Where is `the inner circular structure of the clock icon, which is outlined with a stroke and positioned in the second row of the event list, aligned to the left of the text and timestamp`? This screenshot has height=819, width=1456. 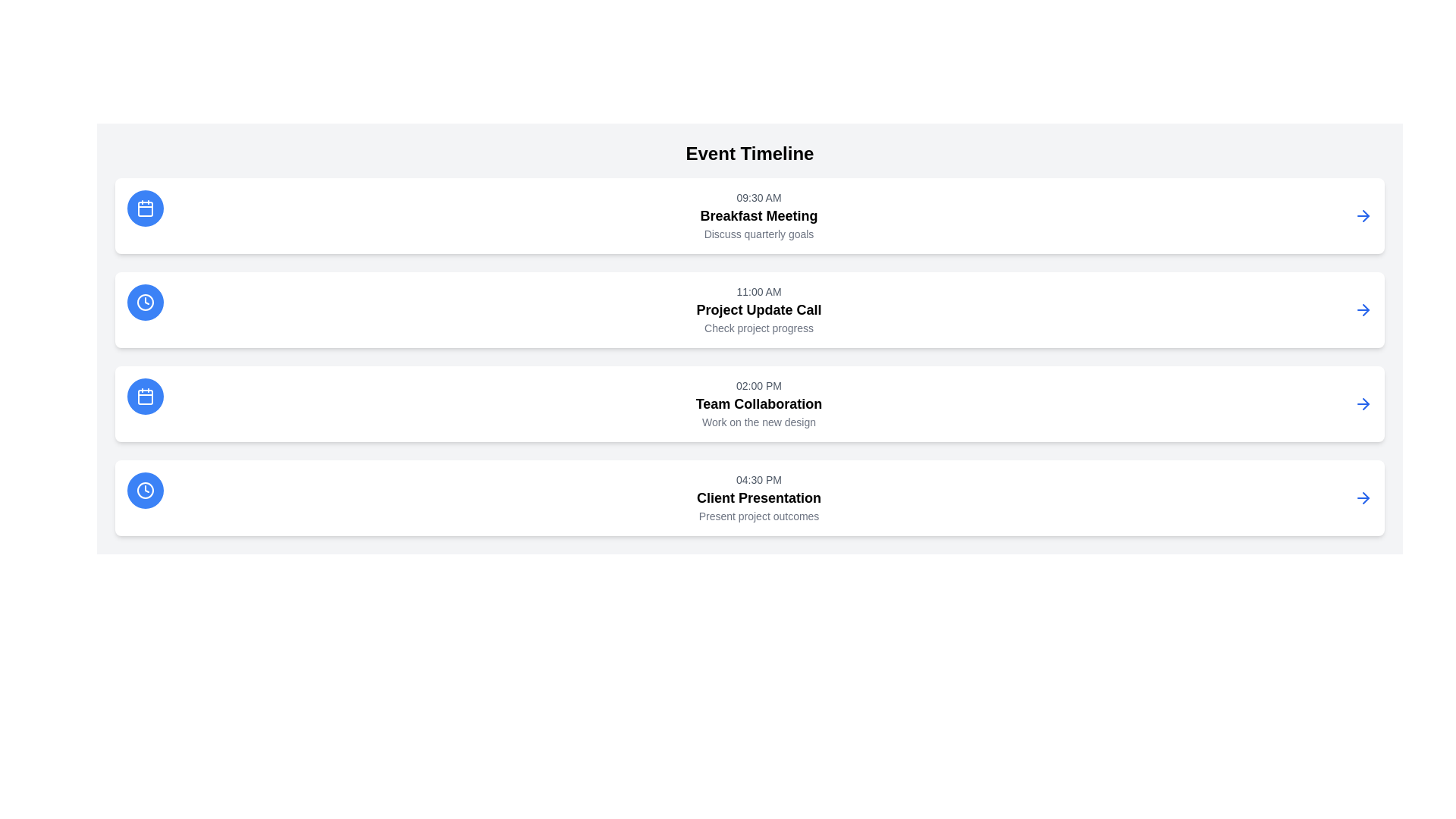
the inner circular structure of the clock icon, which is outlined with a stroke and positioned in the second row of the event list, aligned to the left of the text and timestamp is located at coordinates (146, 491).